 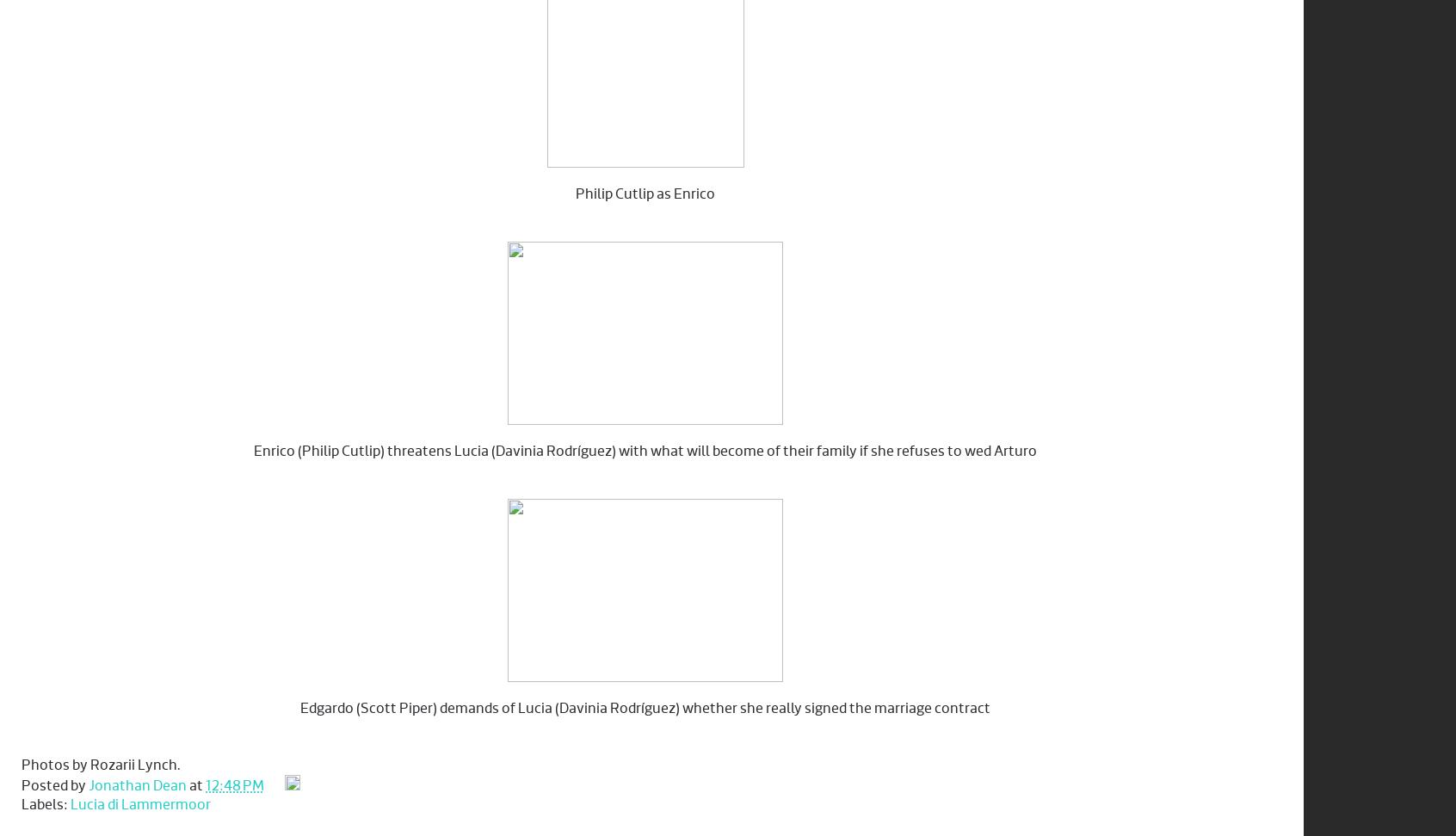 I want to click on 'Jonathan Dean', so click(x=89, y=784).